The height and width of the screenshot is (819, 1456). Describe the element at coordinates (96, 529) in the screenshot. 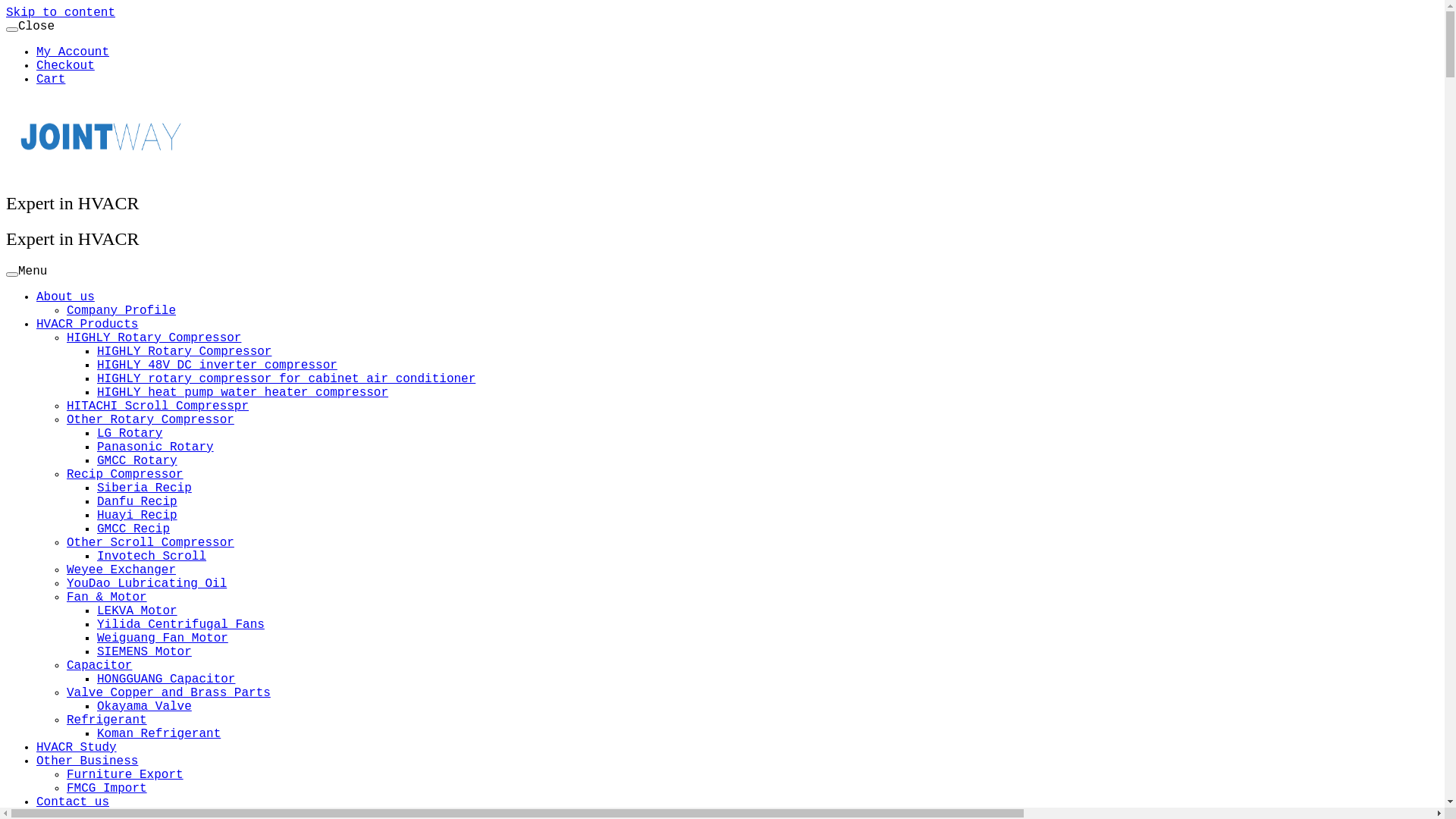

I see `'GMCC Recip'` at that location.